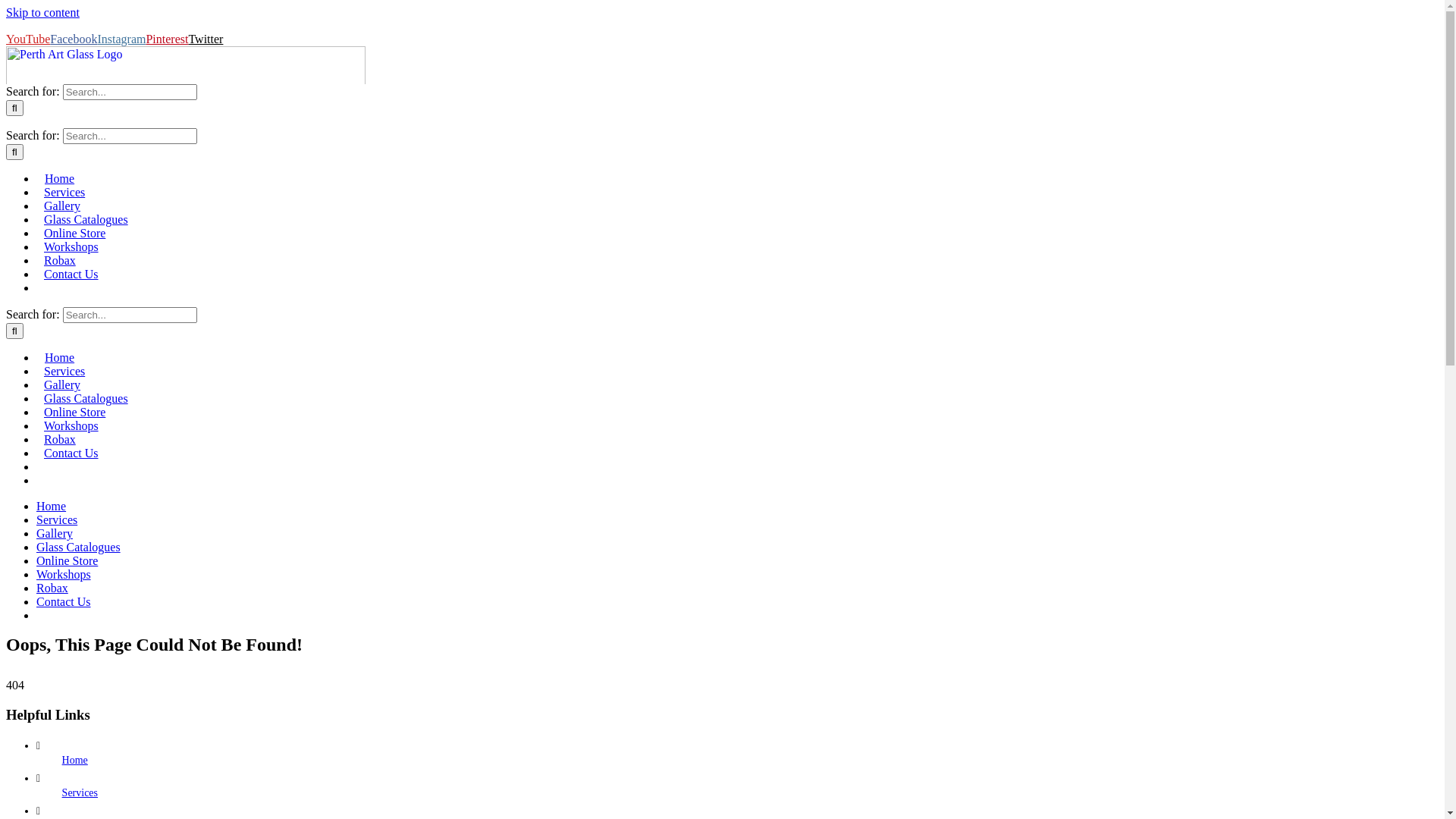 The width and height of the screenshot is (1456, 819). Describe the element at coordinates (28, 38) in the screenshot. I see `'YouTube'` at that location.